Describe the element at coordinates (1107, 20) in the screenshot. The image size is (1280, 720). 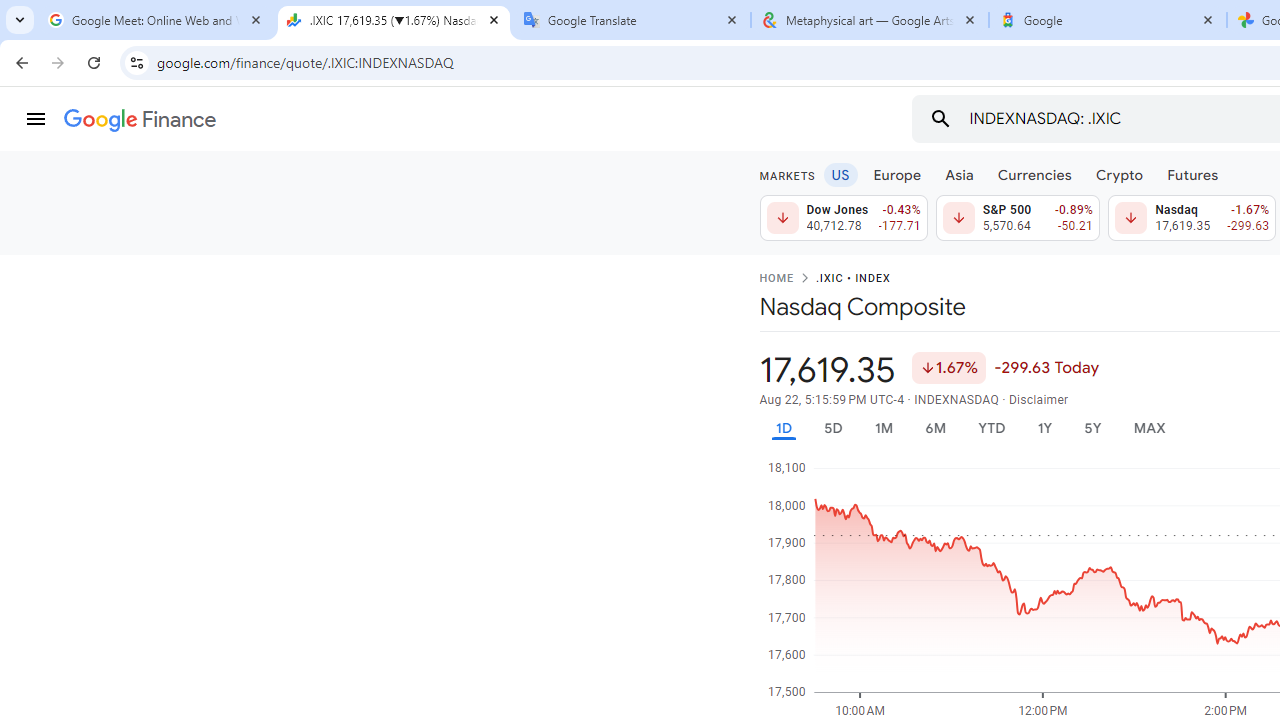
I see `'Google'` at that location.